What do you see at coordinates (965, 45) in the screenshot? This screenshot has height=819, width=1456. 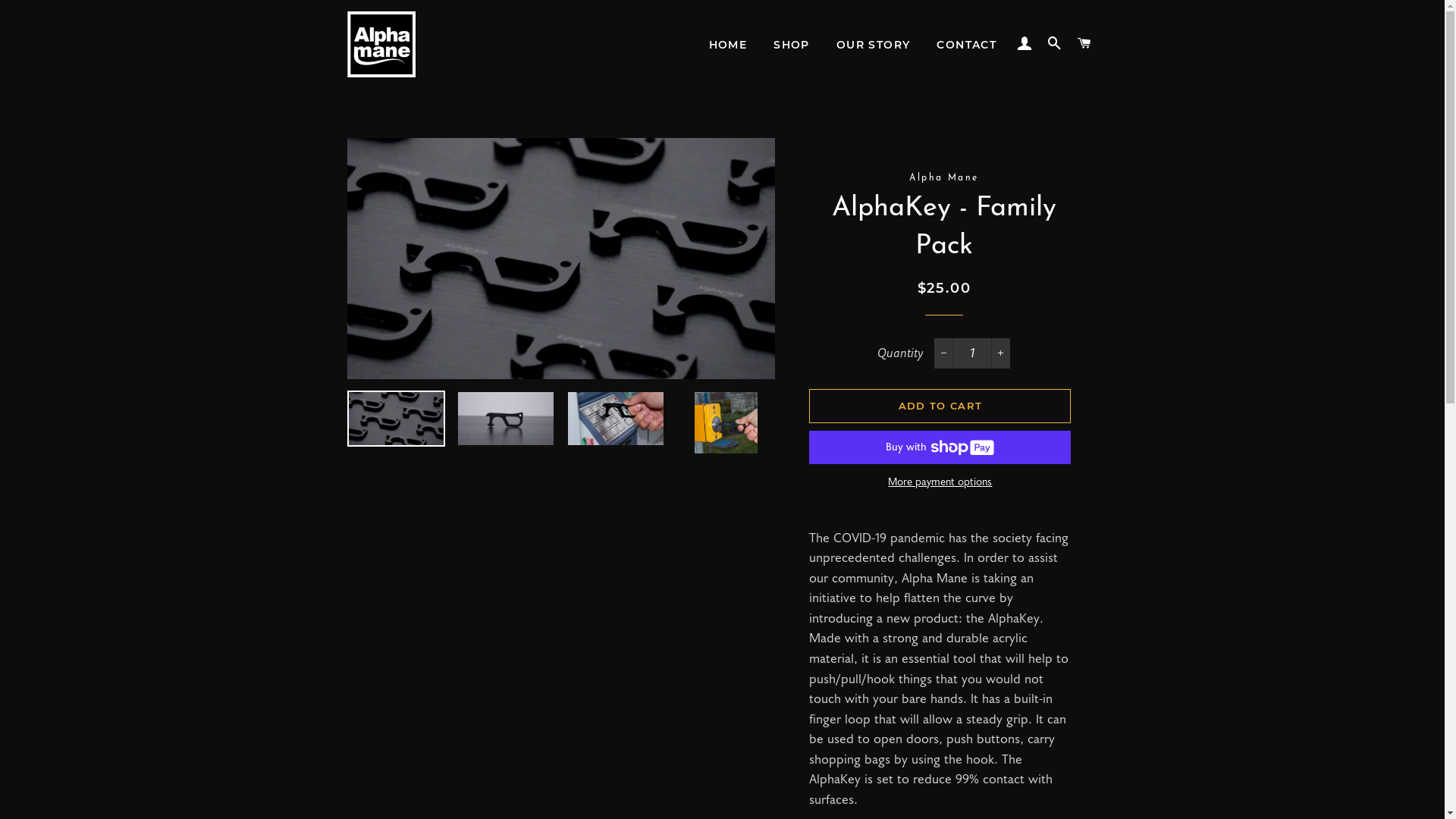 I see `'CONTACT'` at bounding box center [965, 45].